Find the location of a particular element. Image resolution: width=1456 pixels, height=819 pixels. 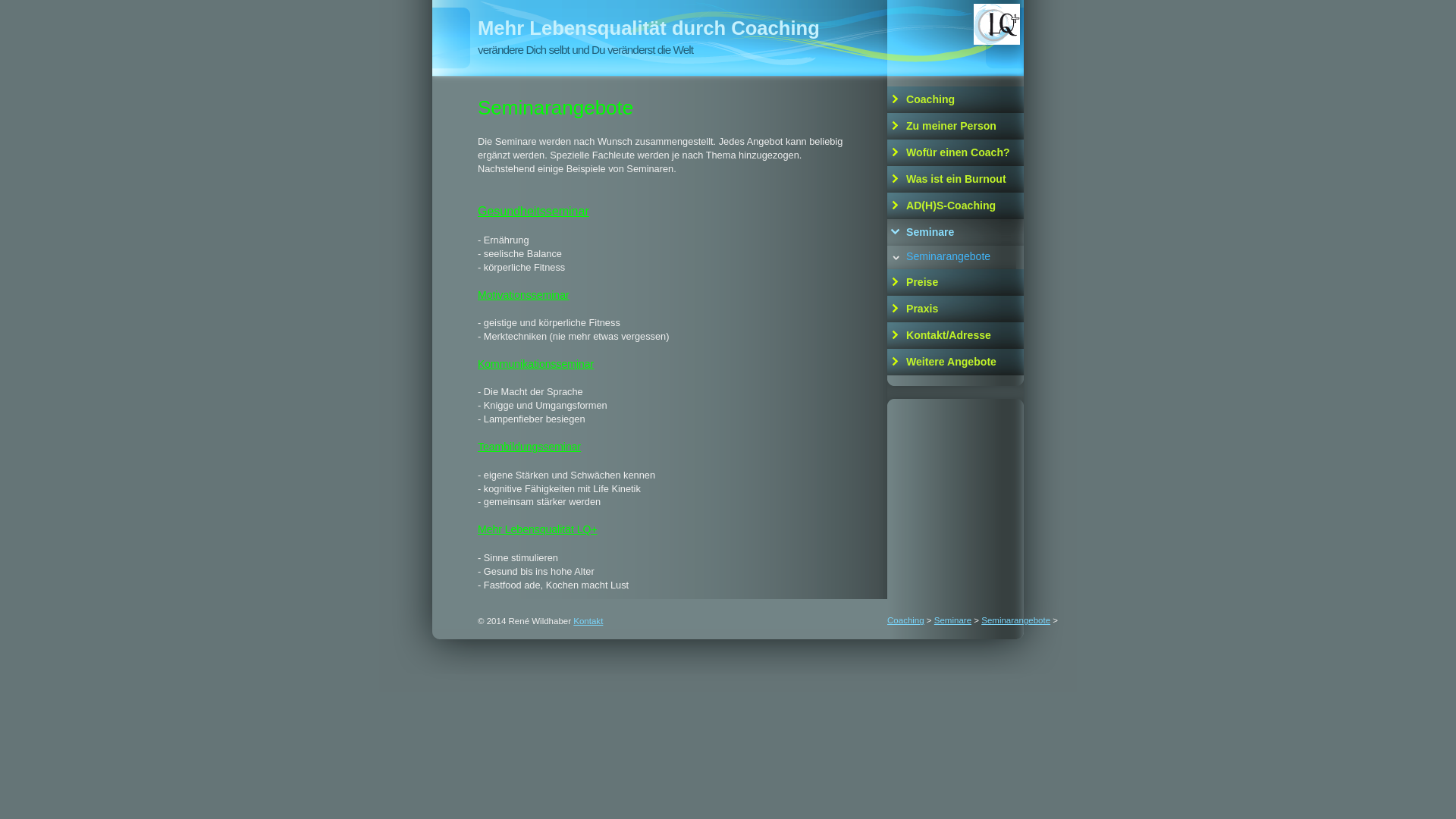

'Weitere Angebote' is located at coordinates (887, 362).